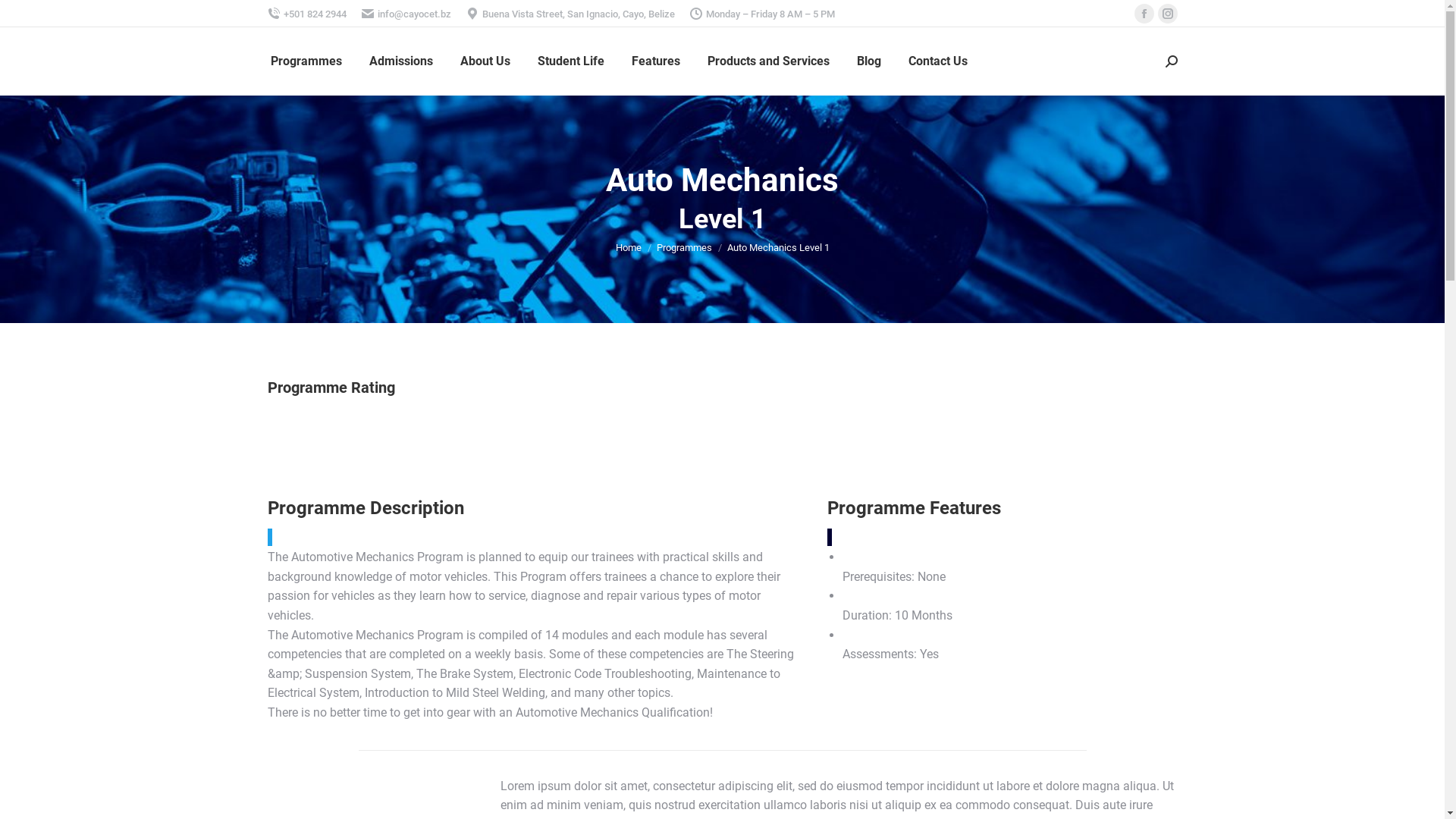 This screenshot has height=819, width=1456. What do you see at coordinates (683, 246) in the screenshot?
I see `'Programmes'` at bounding box center [683, 246].